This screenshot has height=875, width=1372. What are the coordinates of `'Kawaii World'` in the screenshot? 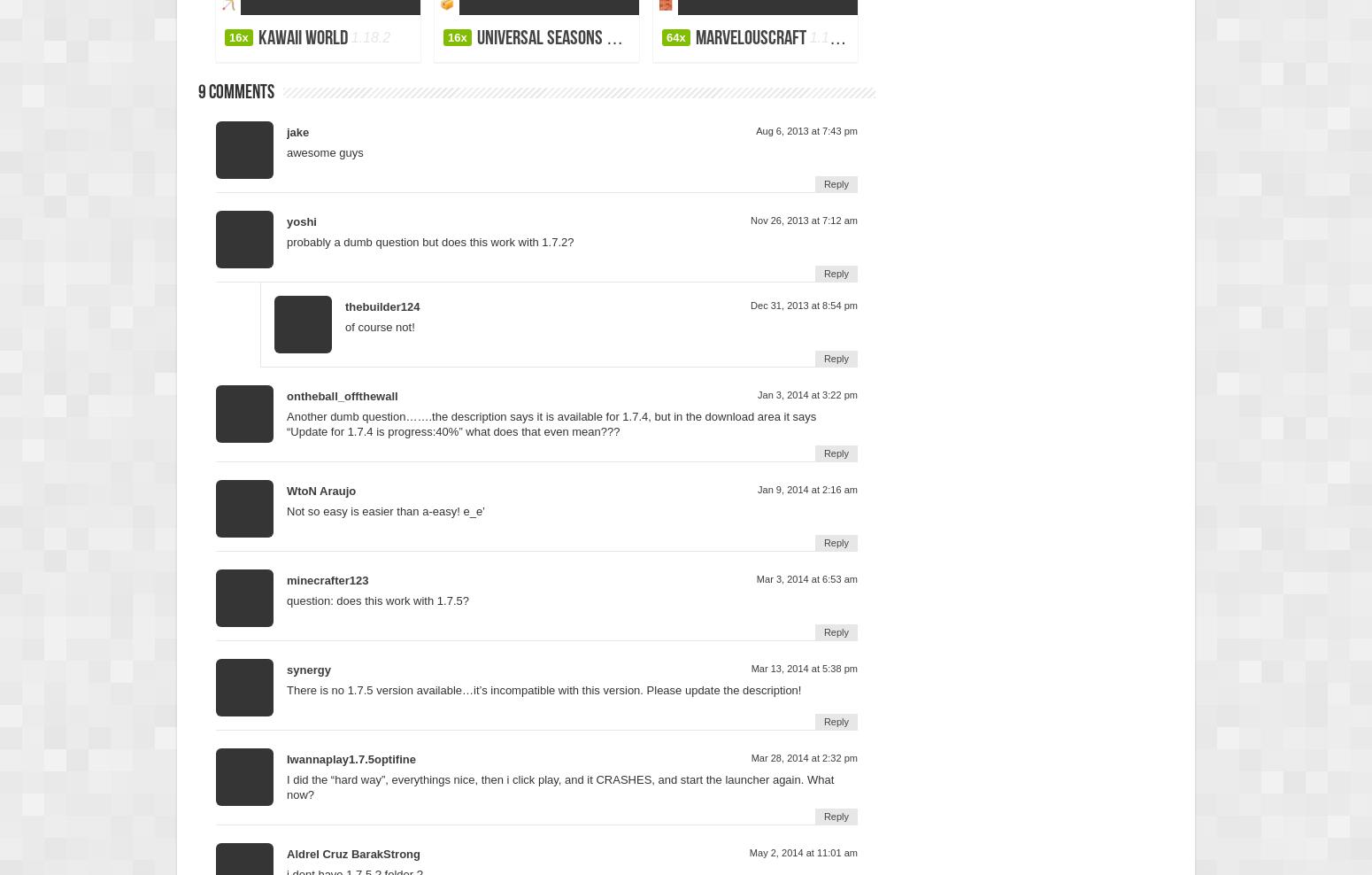 It's located at (301, 37).